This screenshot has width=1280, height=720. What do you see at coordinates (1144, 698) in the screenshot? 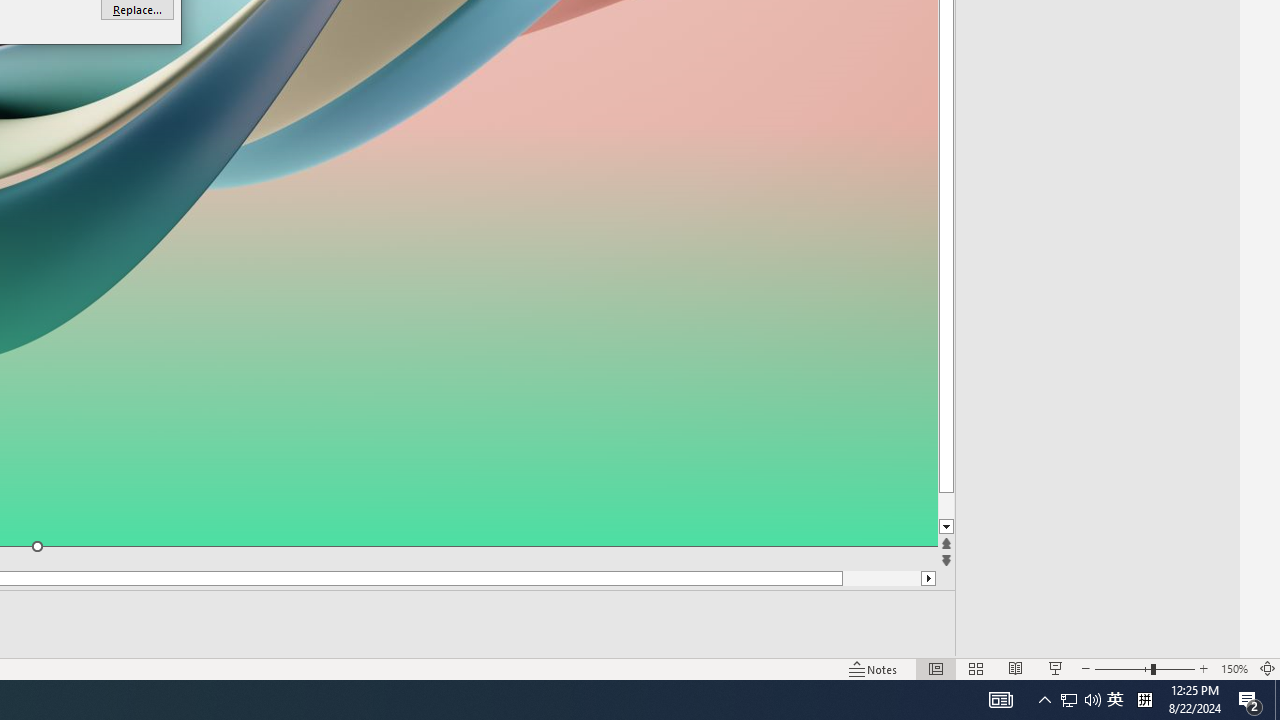
I see `'Tray Input Indicator - Chinese (Simplified, China)'` at bounding box center [1144, 698].